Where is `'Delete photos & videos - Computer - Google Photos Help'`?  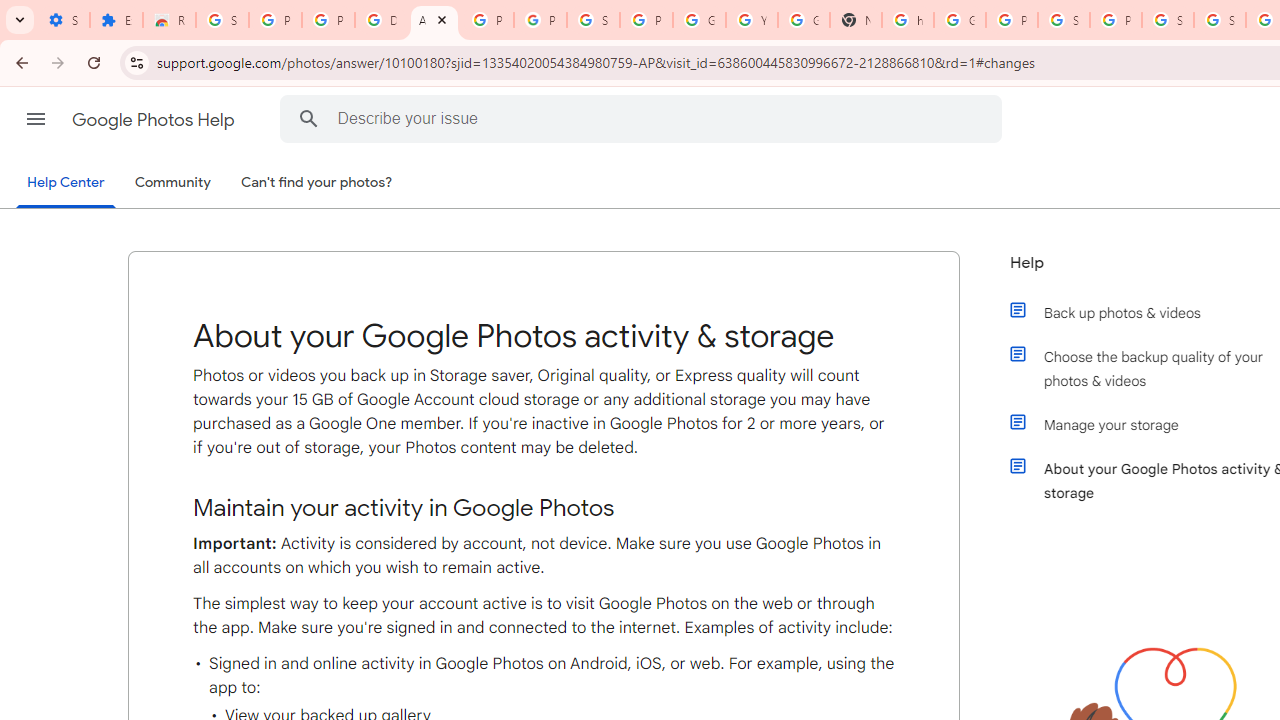
'Delete photos & videos - Computer - Google Photos Help' is located at coordinates (381, 20).